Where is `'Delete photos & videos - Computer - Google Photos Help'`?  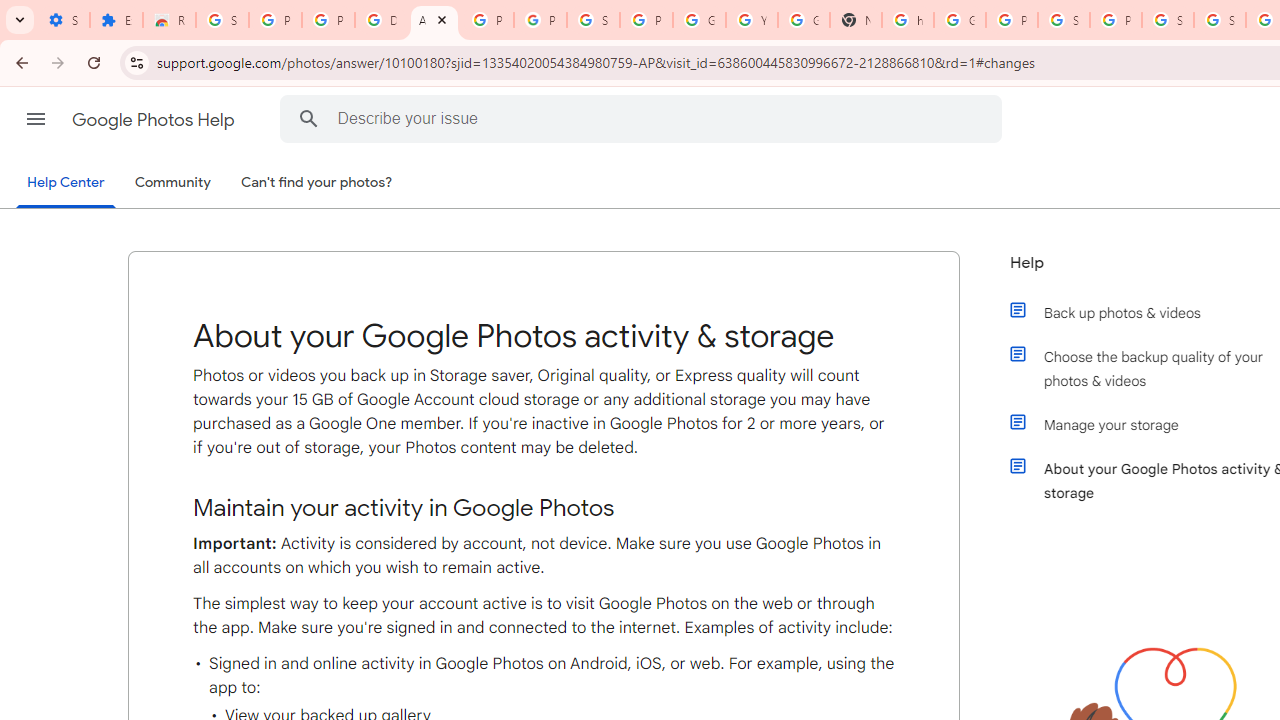
'Delete photos & videos - Computer - Google Photos Help' is located at coordinates (381, 20).